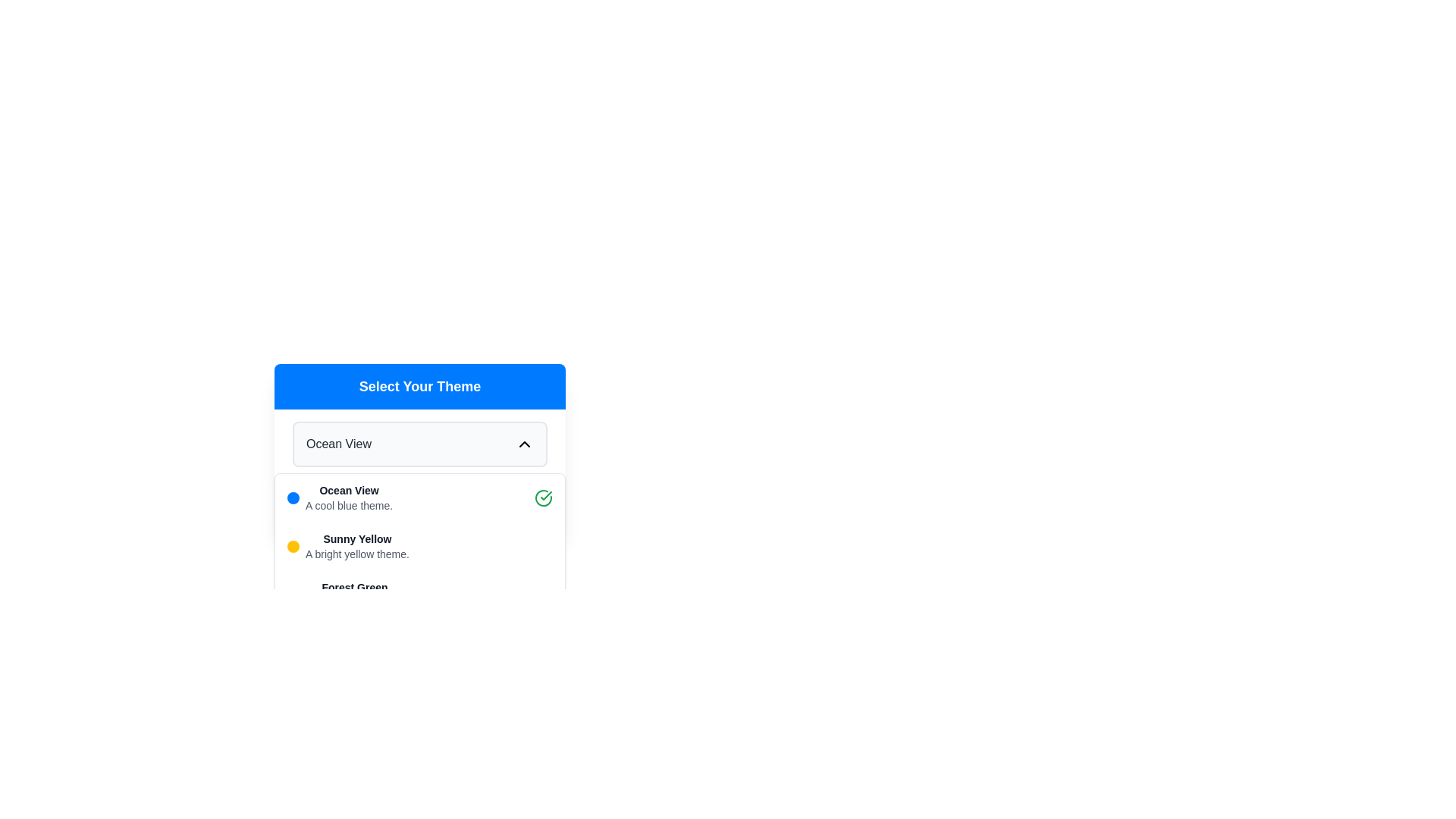  What do you see at coordinates (356, 554) in the screenshot?
I see `text providing a brief description of the 'Sunny Yellow' theme, which is located directly below the title 'Sunny Yellow' in the theme selection list` at bounding box center [356, 554].